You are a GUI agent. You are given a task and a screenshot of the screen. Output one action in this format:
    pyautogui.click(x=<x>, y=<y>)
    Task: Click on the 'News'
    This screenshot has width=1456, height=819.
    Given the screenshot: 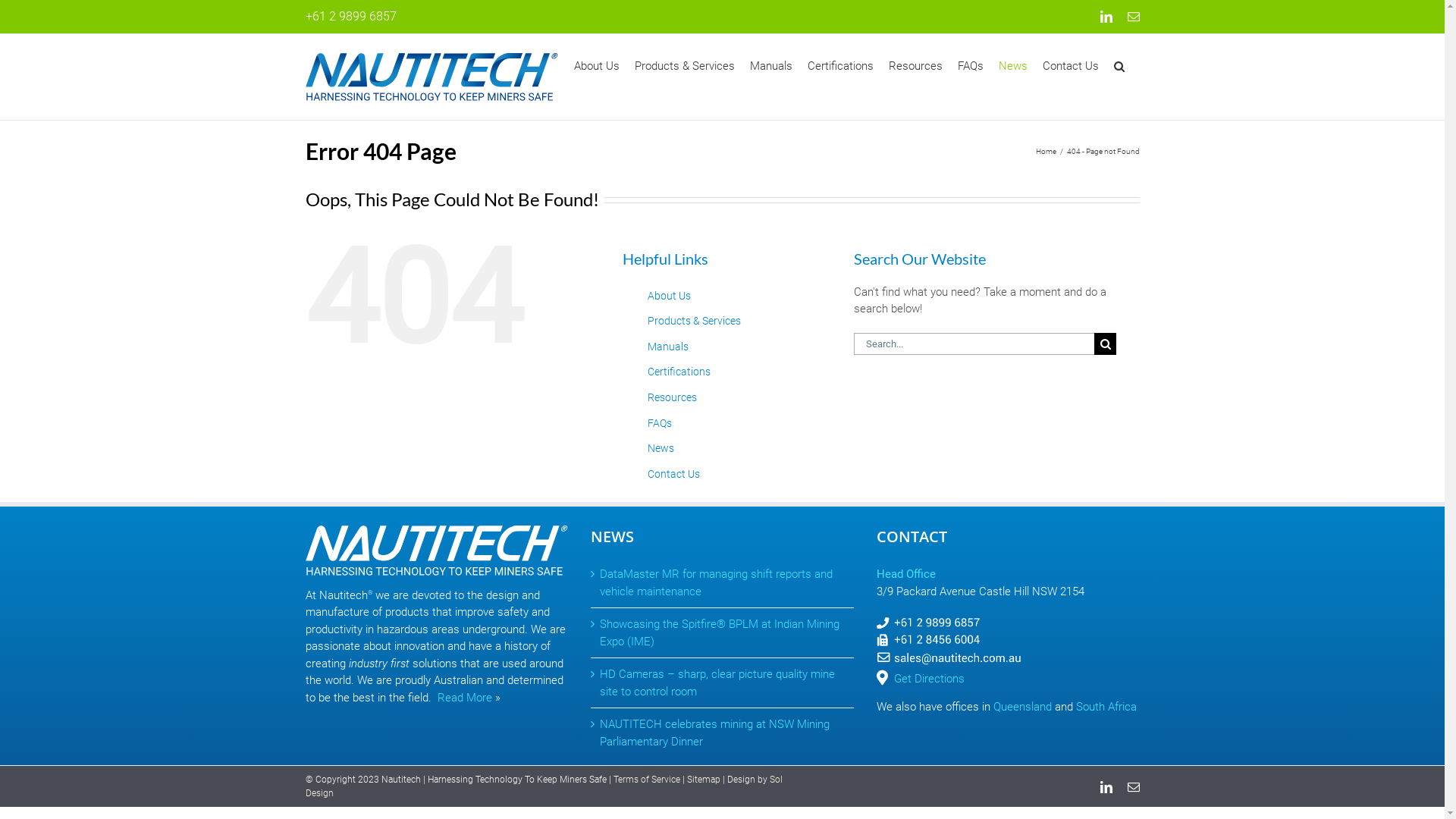 What is the action you would take?
    pyautogui.click(x=1012, y=65)
    